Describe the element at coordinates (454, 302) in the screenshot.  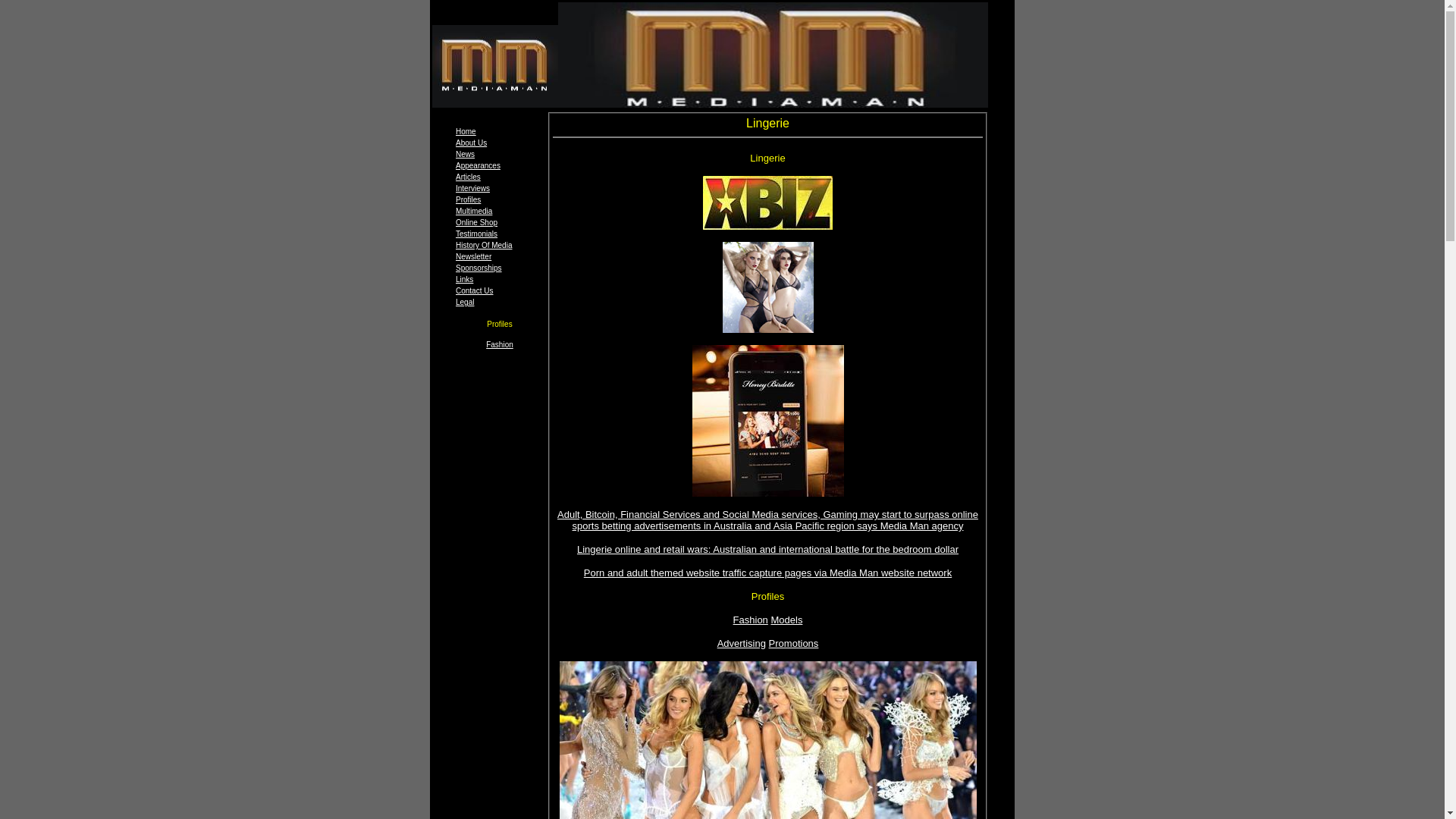
I see `'Legal'` at that location.